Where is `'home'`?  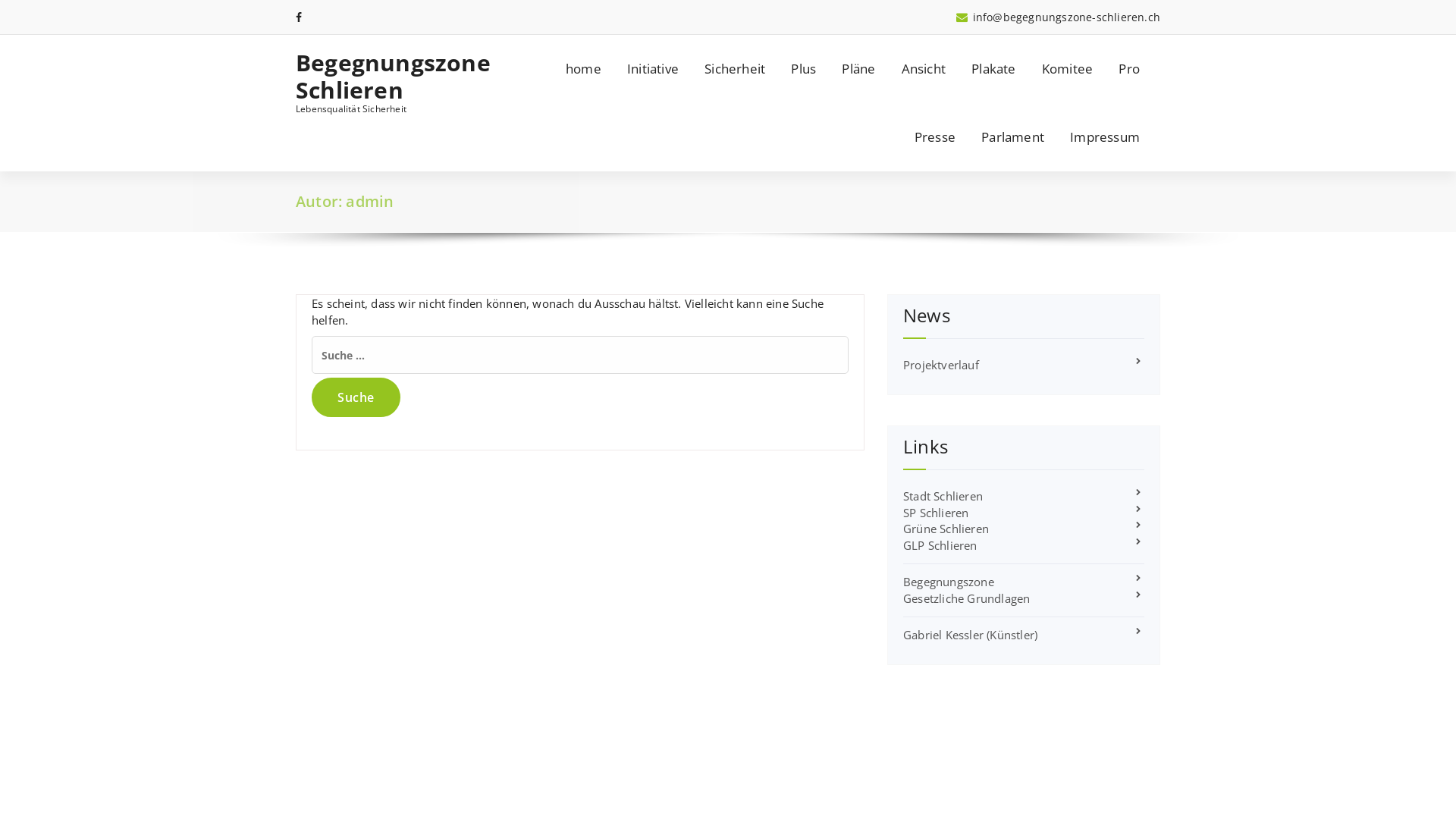
'home' is located at coordinates (582, 69).